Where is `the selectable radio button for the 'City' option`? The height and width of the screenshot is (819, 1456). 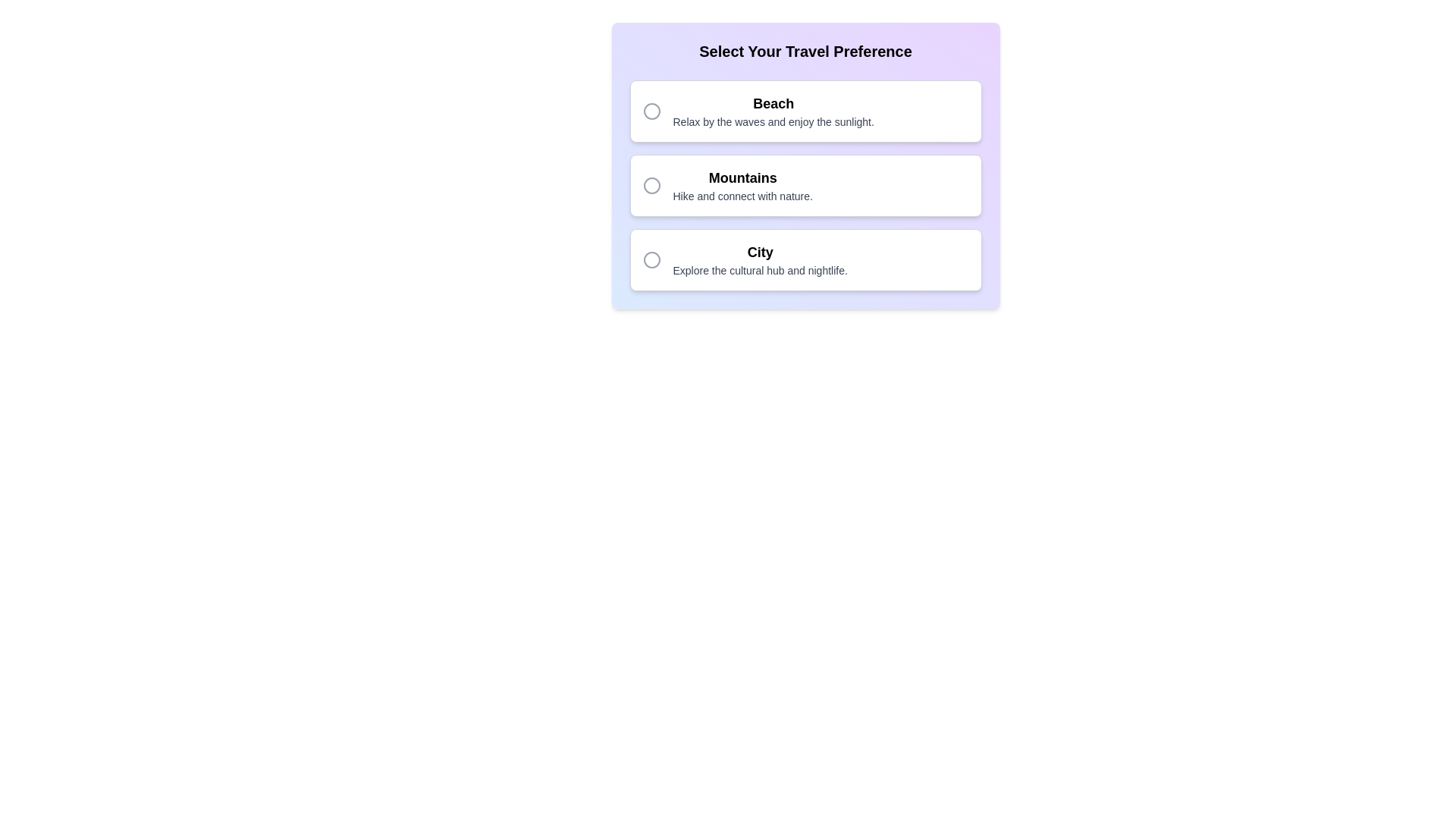 the selectable radio button for the 'City' option is located at coordinates (651, 259).